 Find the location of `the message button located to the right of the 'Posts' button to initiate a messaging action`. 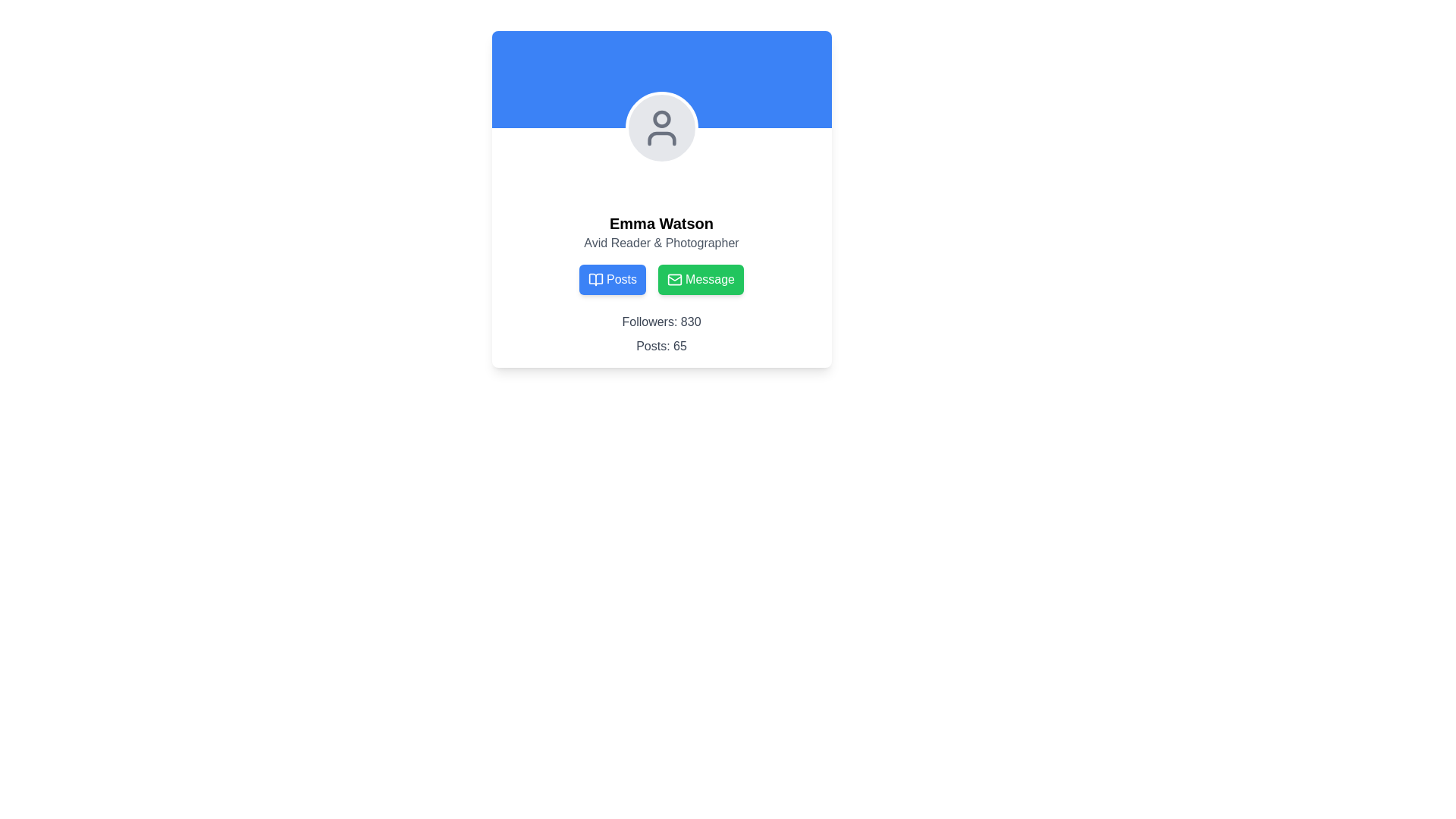

the message button located to the right of the 'Posts' button to initiate a messaging action is located at coordinates (661, 280).